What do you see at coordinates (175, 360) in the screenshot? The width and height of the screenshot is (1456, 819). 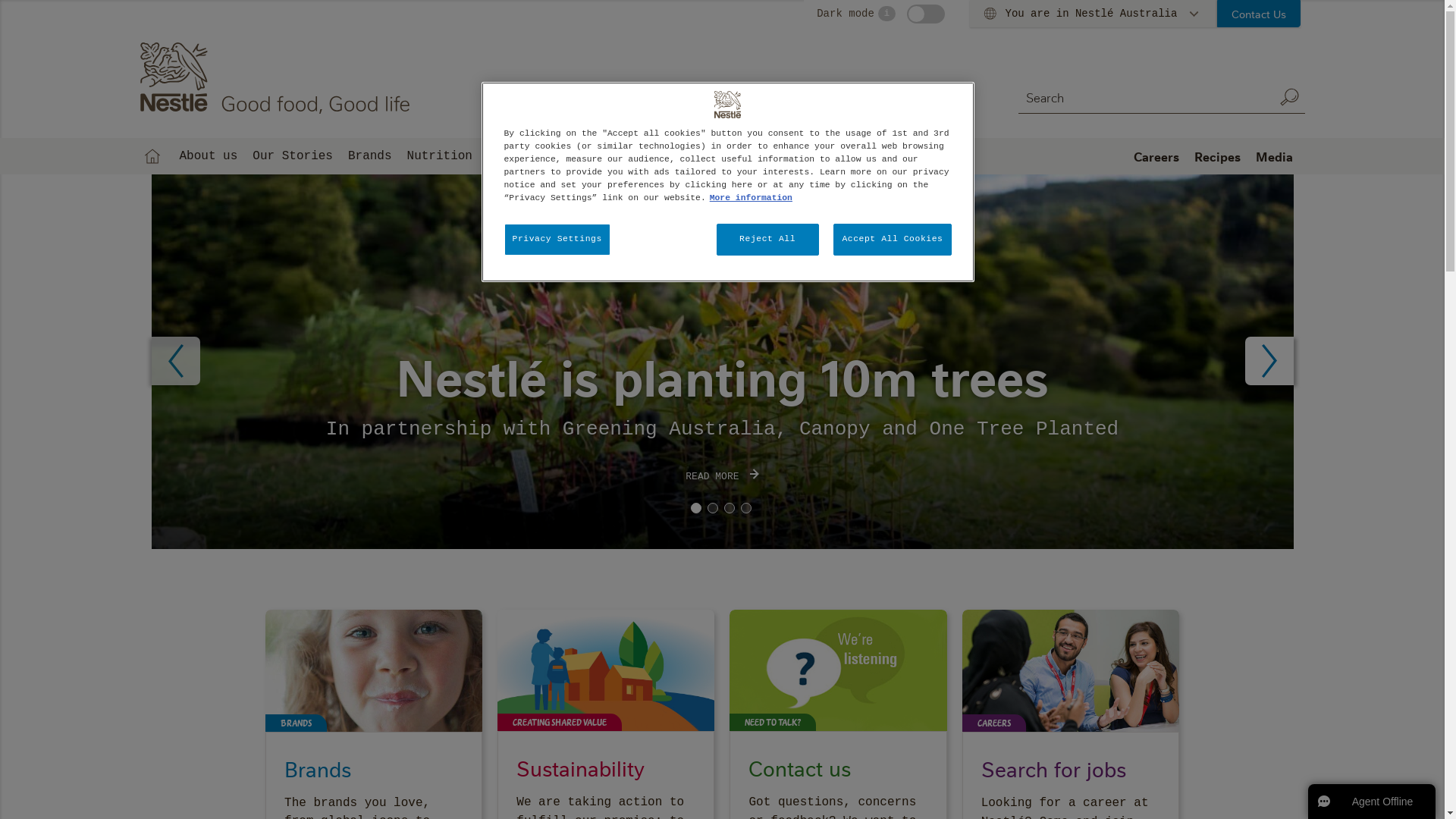 I see `'Previous'` at bounding box center [175, 360].